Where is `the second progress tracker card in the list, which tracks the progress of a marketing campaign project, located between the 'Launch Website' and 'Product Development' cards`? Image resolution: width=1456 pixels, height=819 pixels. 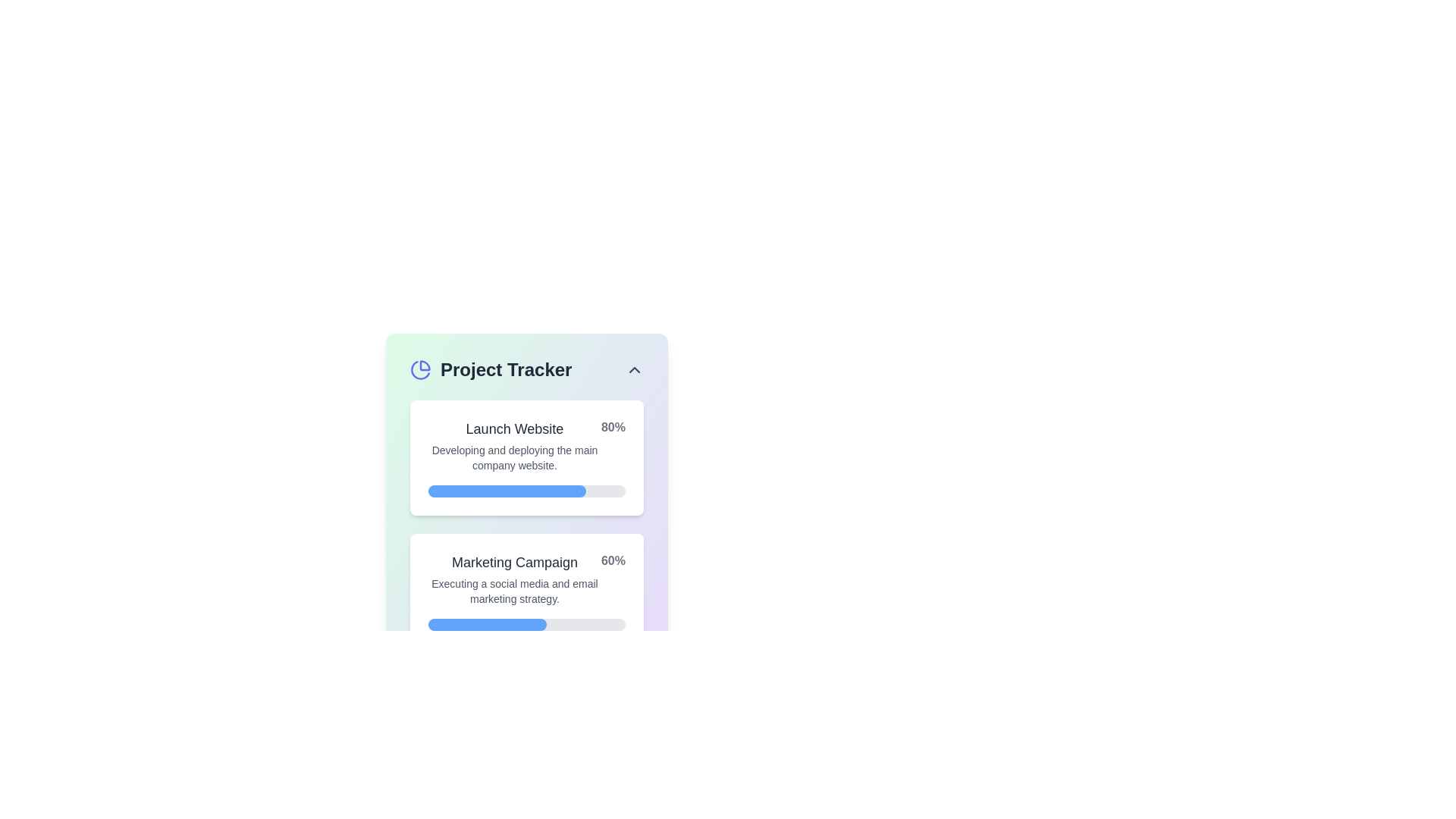 the second progress tracker card in the list, which tracks the progress of a marketing campaign project, located between the 'Launch Website' and 'Product Development' cards is located at coordinates (527, 590).